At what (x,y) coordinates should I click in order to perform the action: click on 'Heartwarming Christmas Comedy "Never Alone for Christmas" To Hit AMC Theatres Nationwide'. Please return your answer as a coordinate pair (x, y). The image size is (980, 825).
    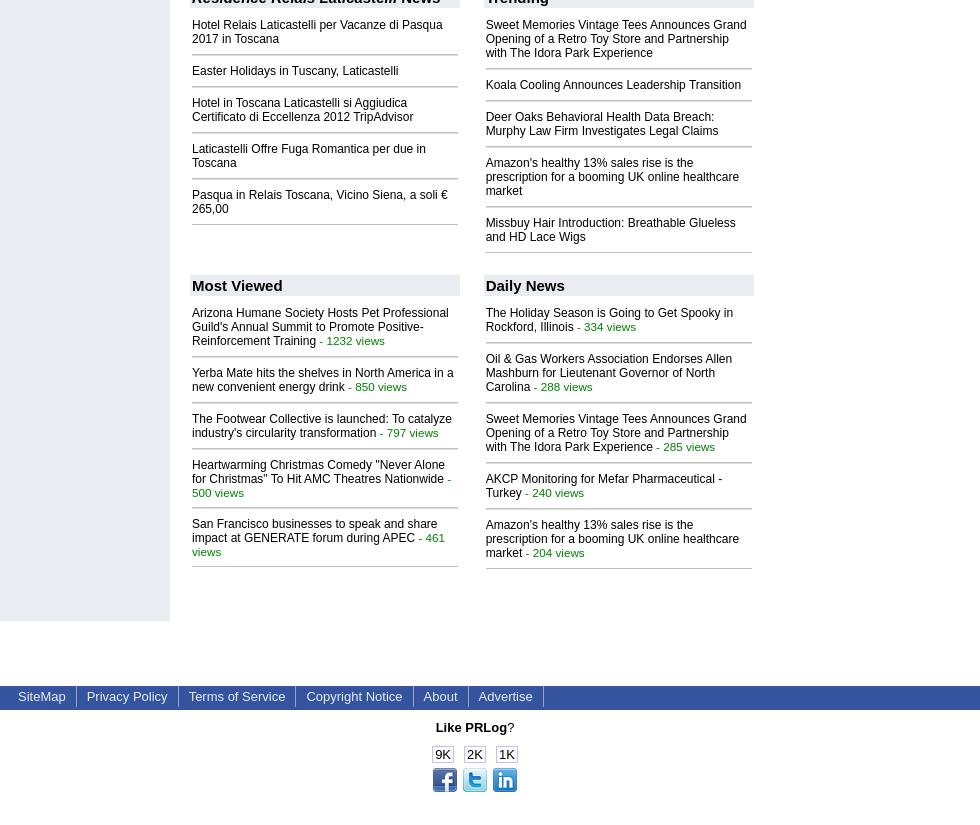
    Looking at the image, I should click on (318, 470).